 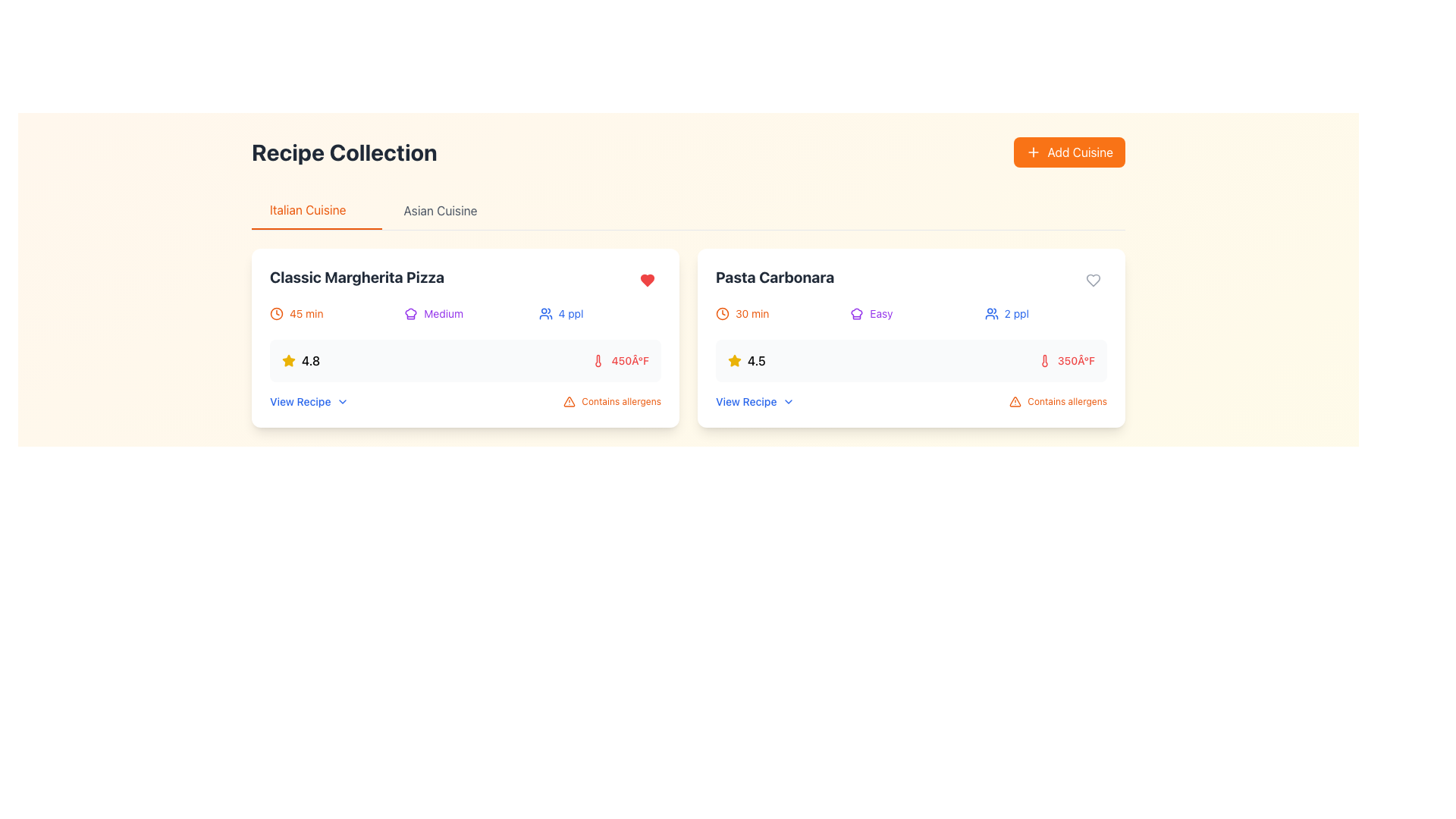 What do you see at coordinates (1079, 152) in the screenshot?
I see `the 'Add Cuisine' text label within the orange button located towards the top-right of the interface` at bounding box center [1079, 152].